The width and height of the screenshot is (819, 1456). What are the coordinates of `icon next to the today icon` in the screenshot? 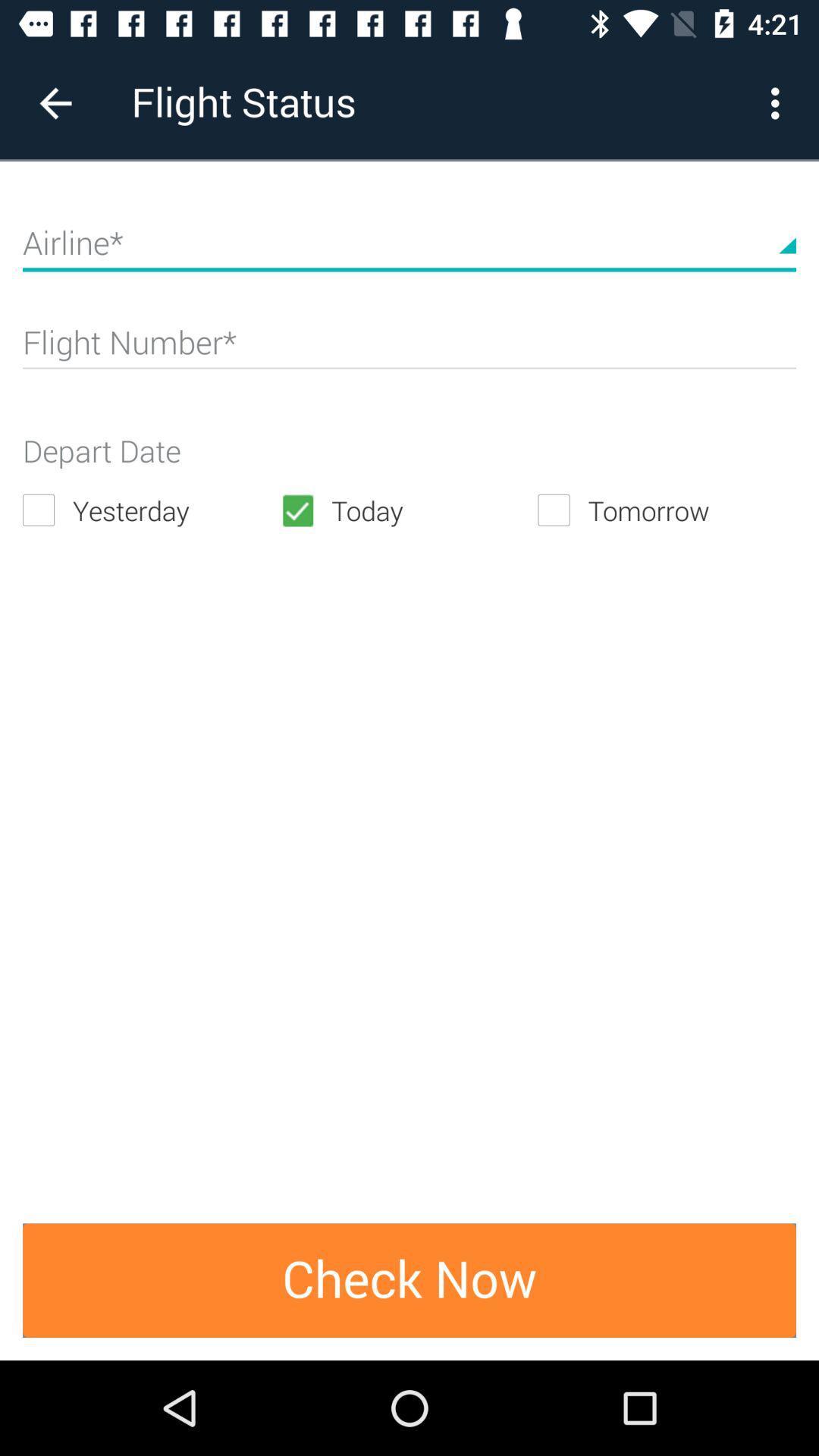 It's located at (666, 510).